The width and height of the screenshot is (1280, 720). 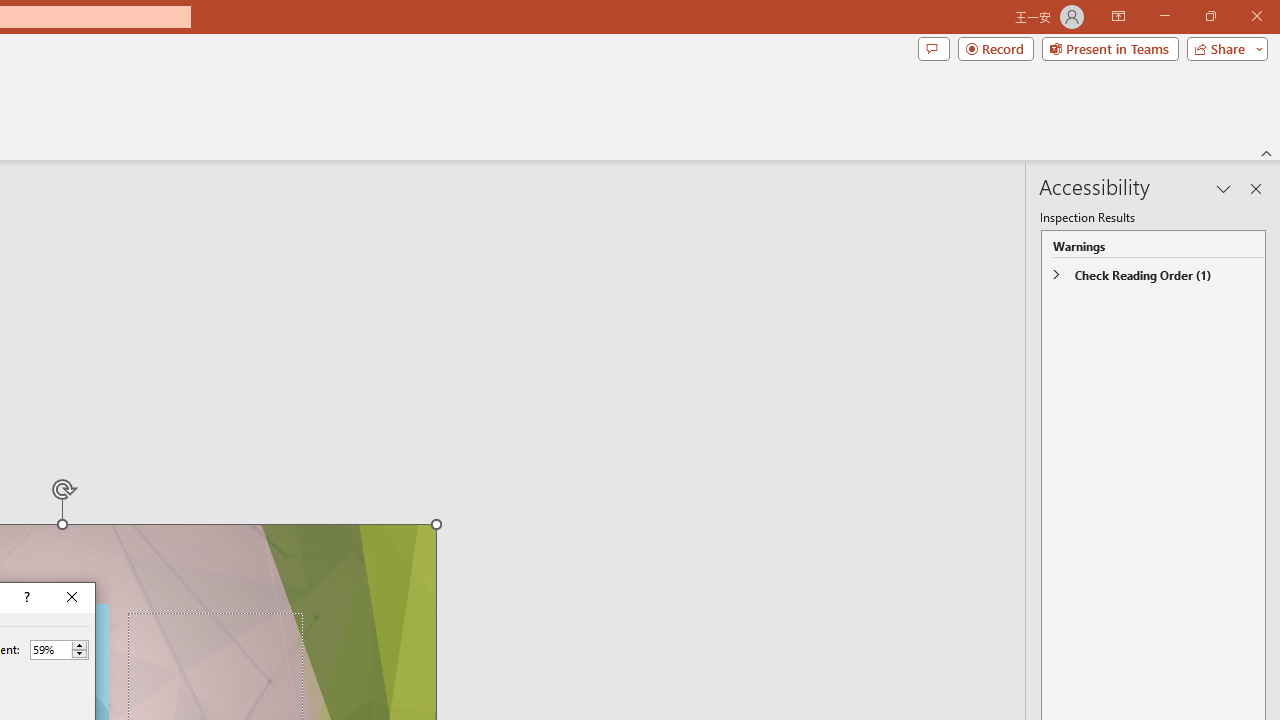 What do you see at coordinates (1223, 189) in the screenshot?
I see `'Task Pane Options'` at bounding box center [1223, 189].